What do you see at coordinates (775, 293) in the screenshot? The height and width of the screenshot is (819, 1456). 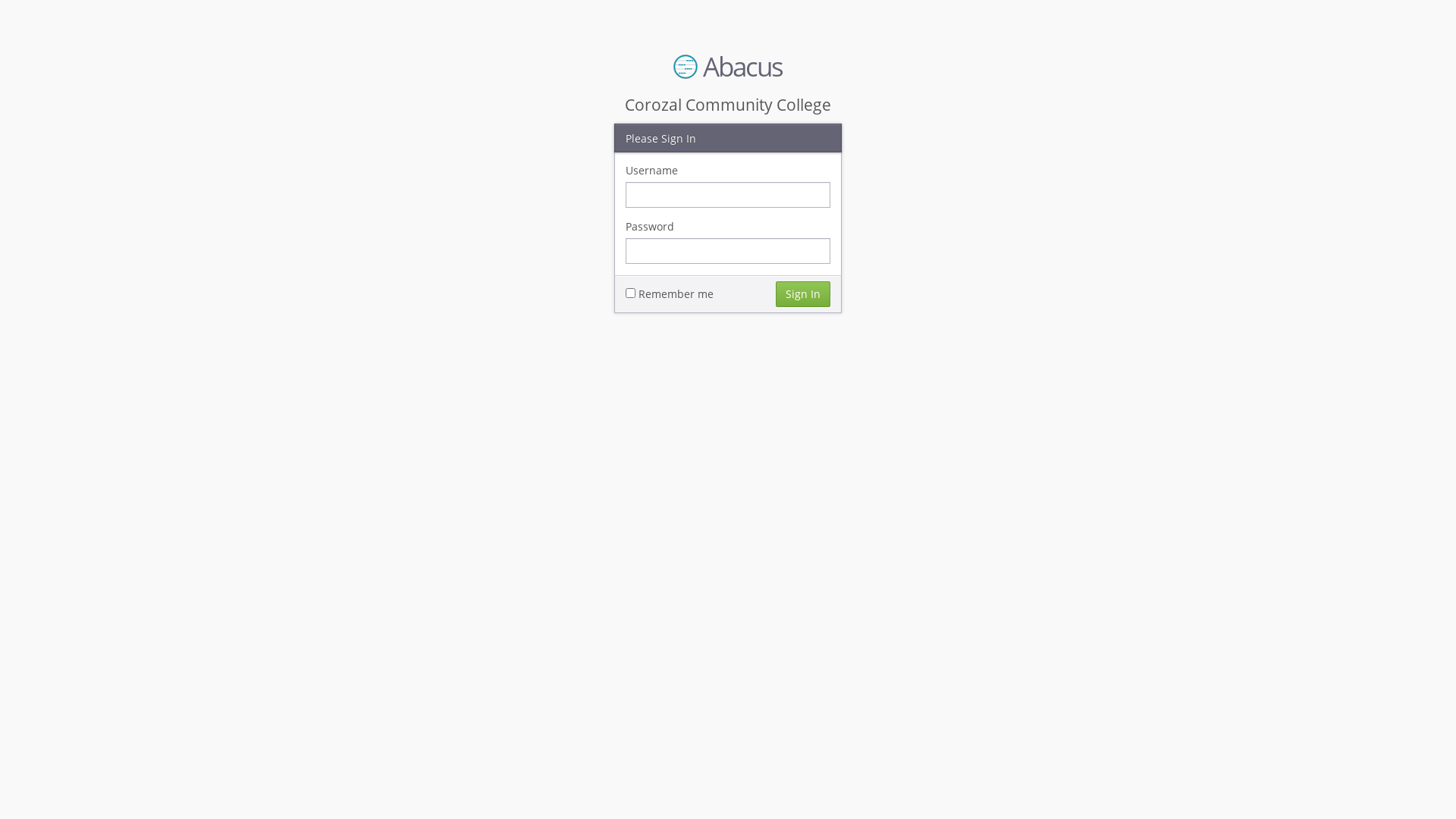 I see `'Sign In'` at bounding box center [775, 293].